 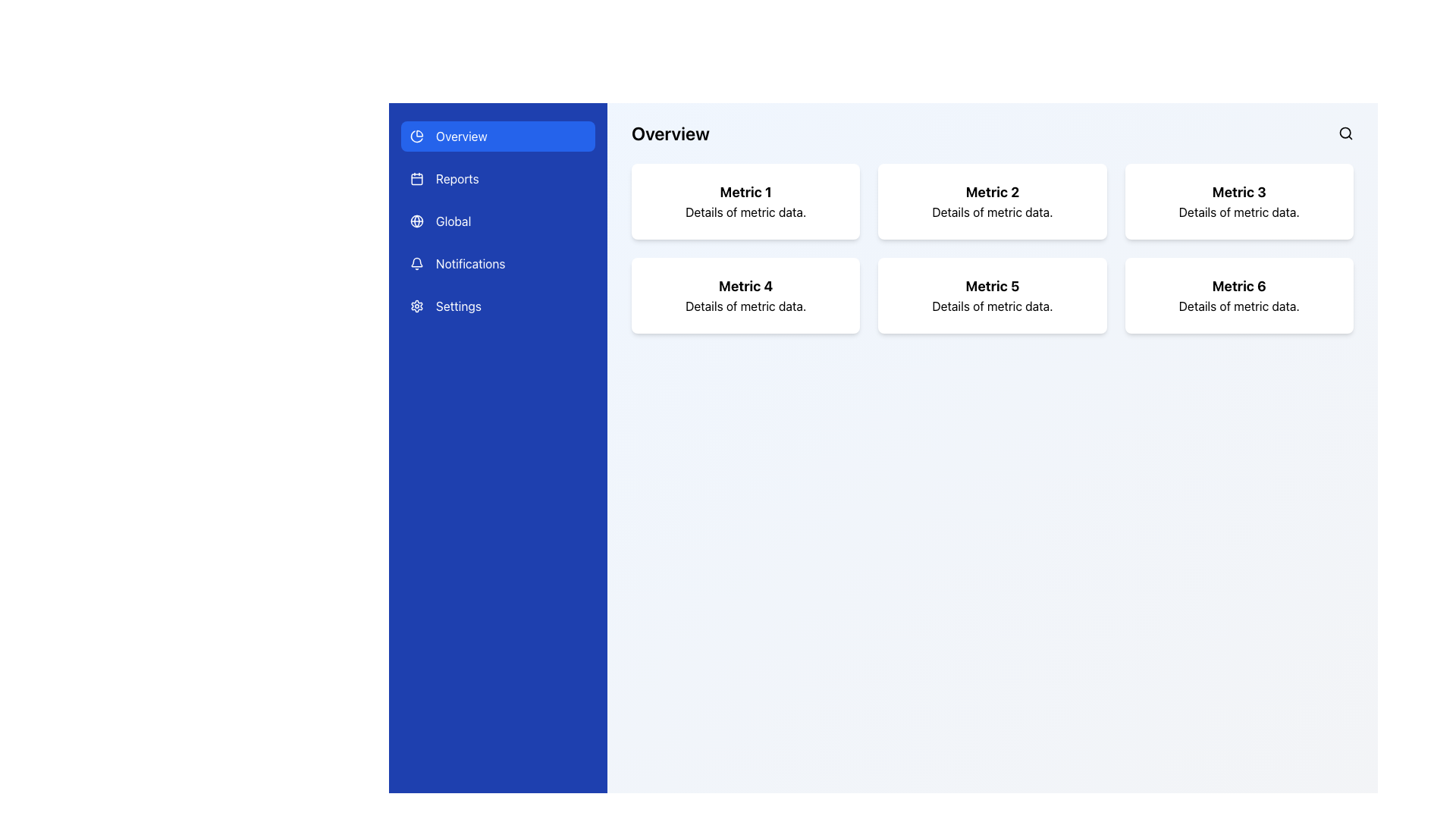 I want to click on the 'Overview' navigation icon located in the left navigation panel, which is the first option above the 'Reports' label, so click(x=417, y=136).